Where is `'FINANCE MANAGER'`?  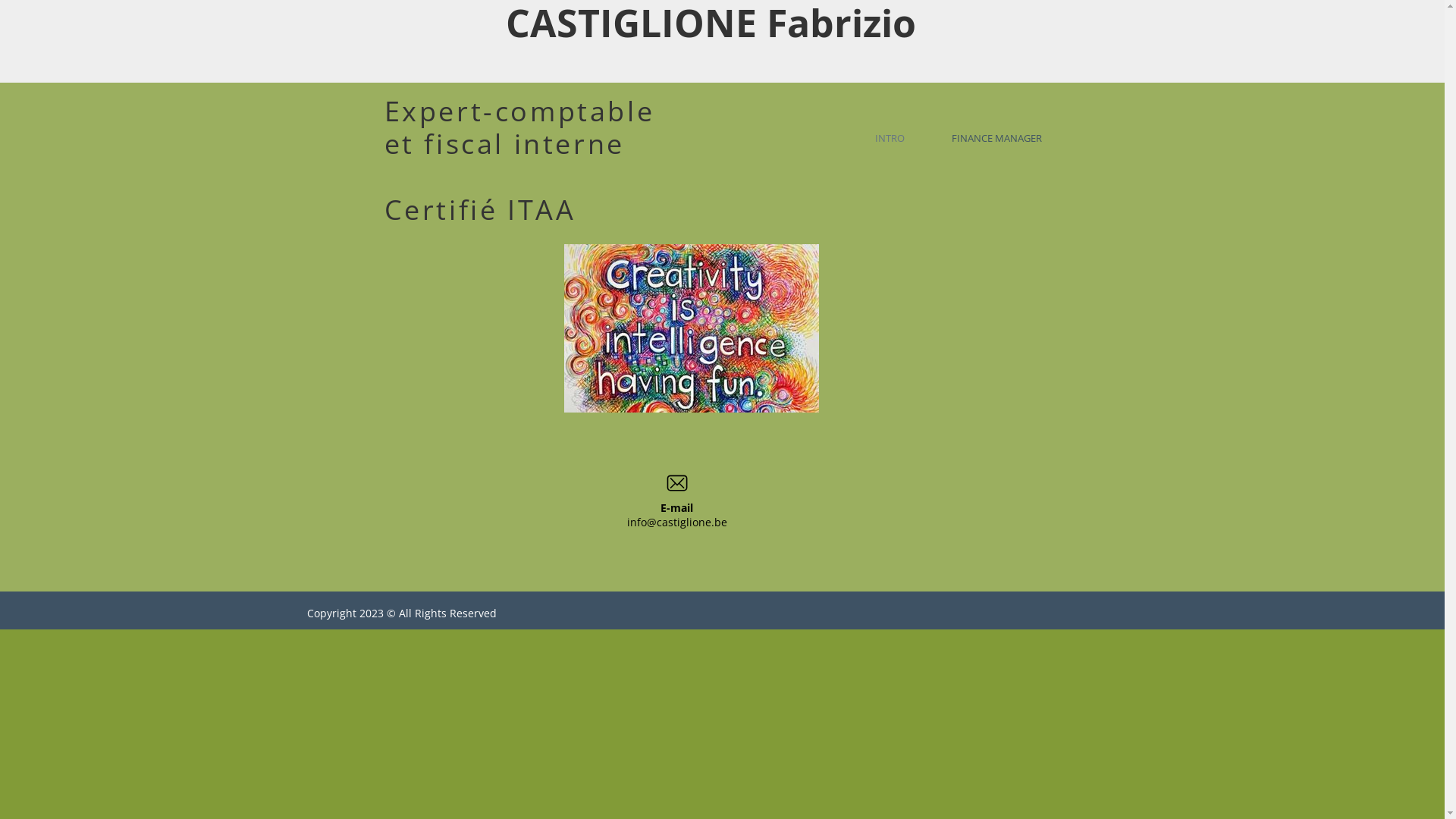 'FINANCE MANAGER' is located at coordinates (1005, 137).